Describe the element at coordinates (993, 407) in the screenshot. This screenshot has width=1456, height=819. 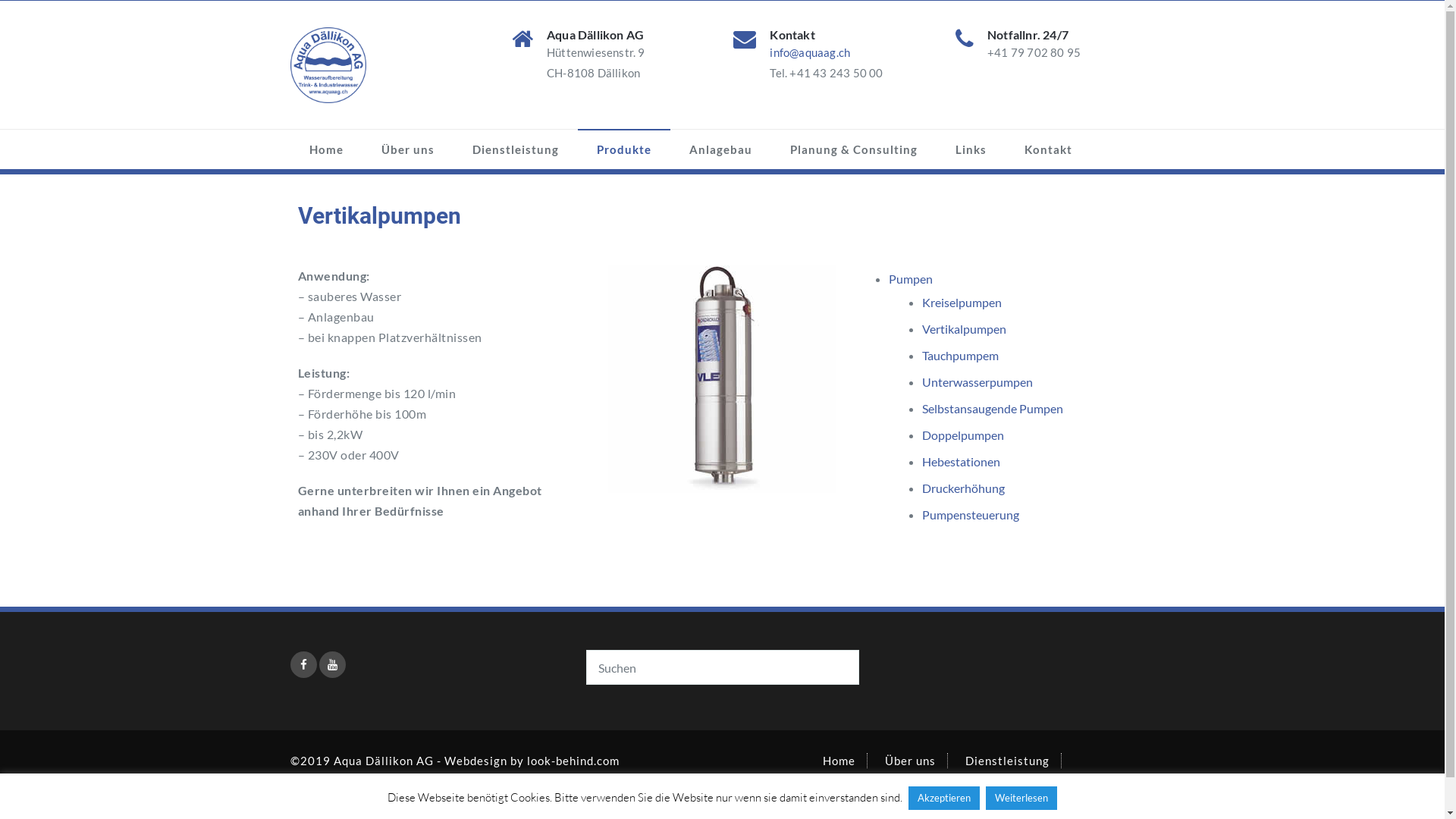
I see `'Selbstansaugende Pumpen'` at that location.